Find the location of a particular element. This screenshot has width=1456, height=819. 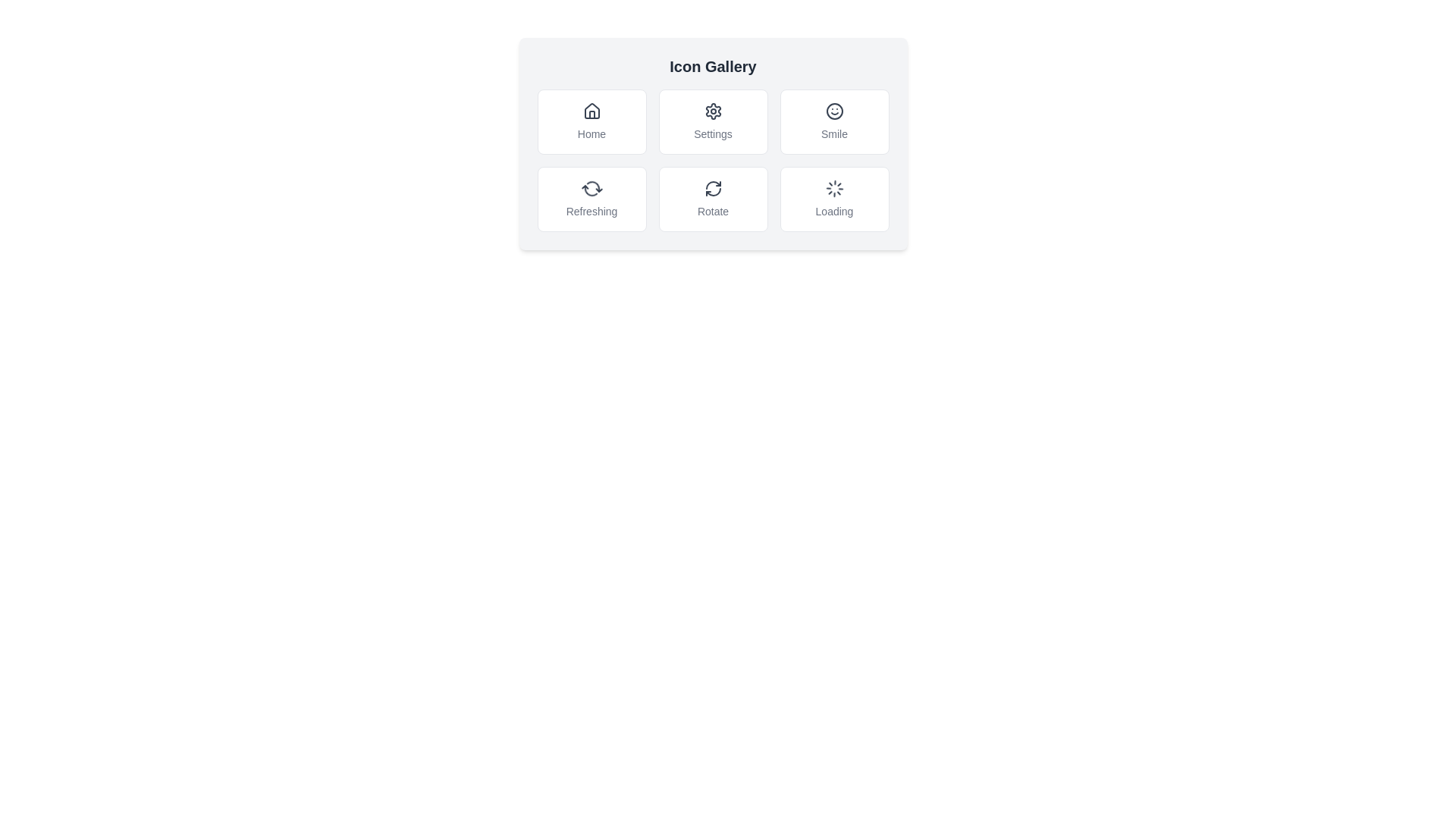

the visual state of the smiling face icon located within the 'Smile' button in the top row of the Icon Gallery is located at coordinates (833, 110).